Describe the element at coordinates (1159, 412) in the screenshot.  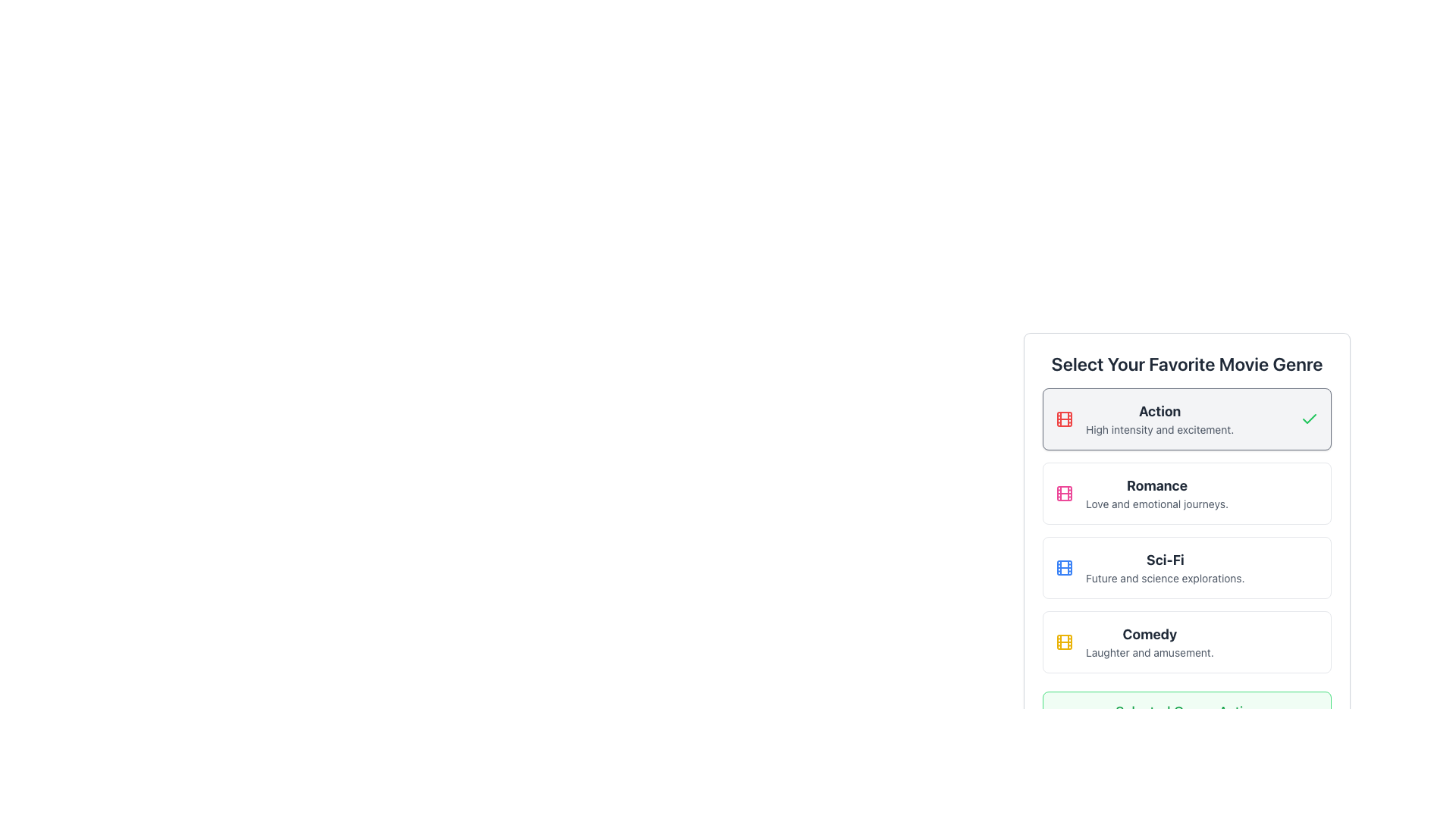
I see `the bold 'Action' text label located at the top of the card-like section with the subtitle 'High intensity and excitement.'` at that location.